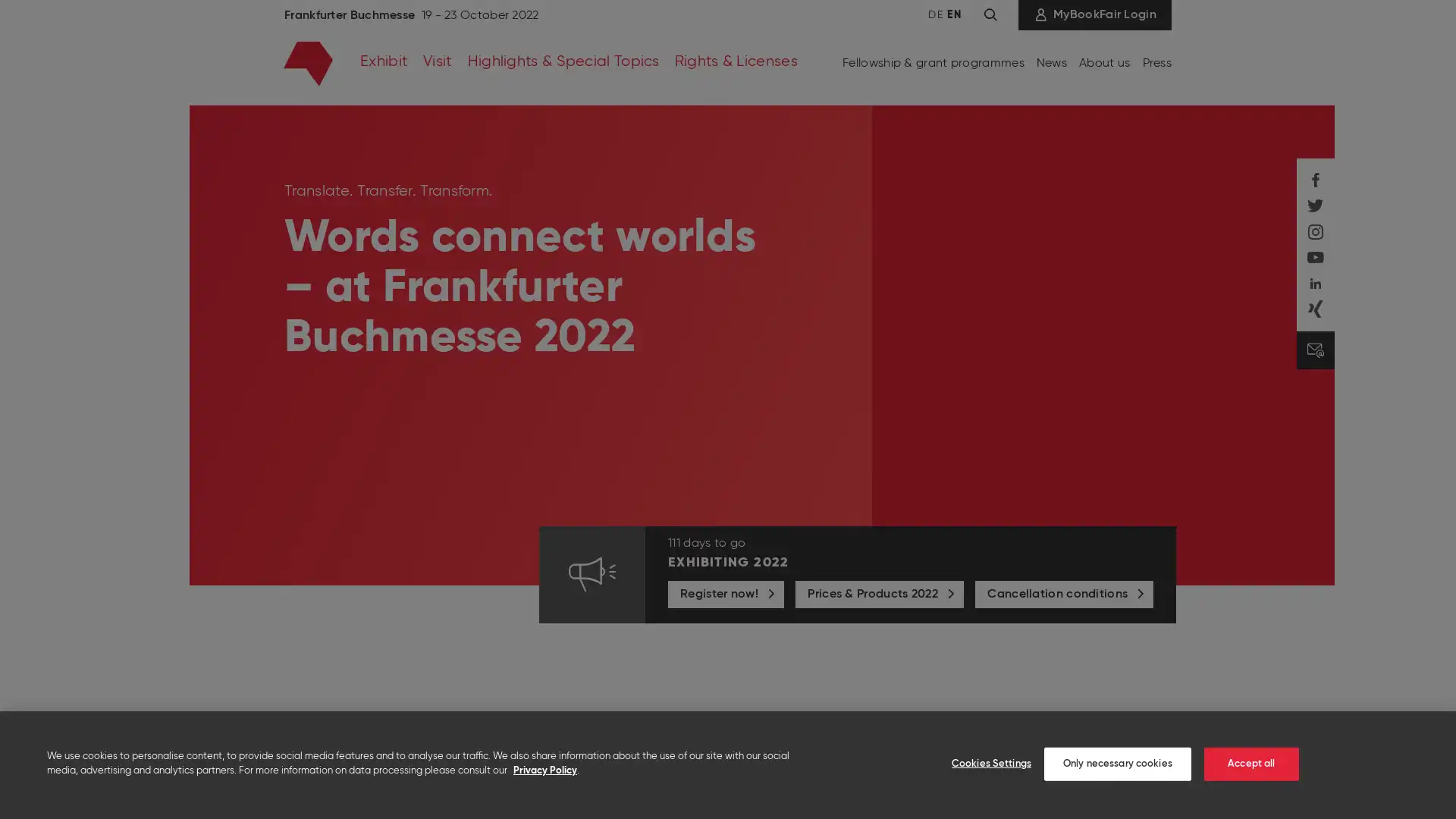 Image resolution: width=1456 pixels, height=819 pixels. What do you see at coordinates (1250, 763) in the screenshot?
I see `Accept all` at bounding box center [1250, 763].